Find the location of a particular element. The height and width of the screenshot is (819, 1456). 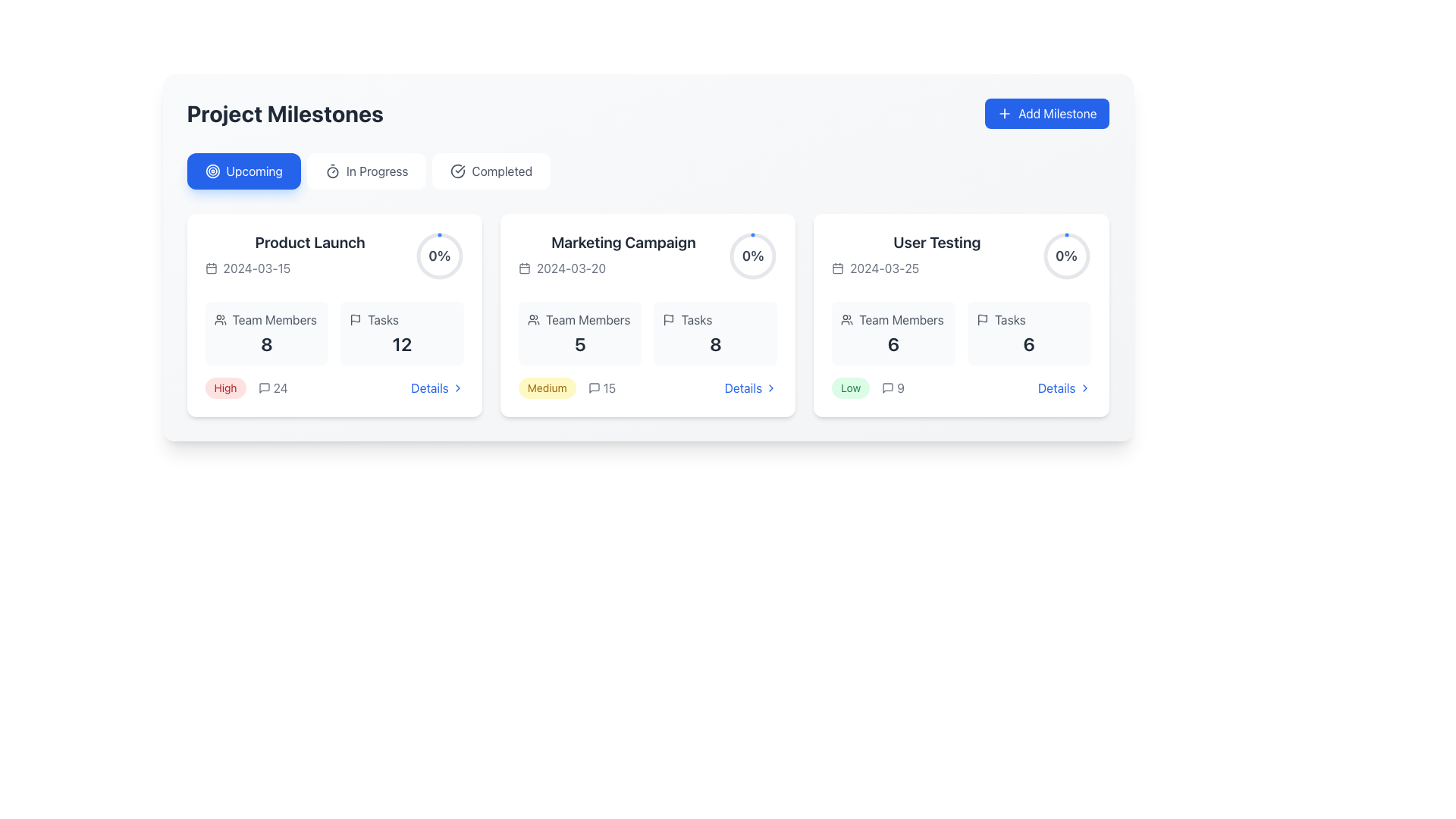

the progress value within the circular progress indicator surrounding the numeric text '0%' in the milestone card labeled 'Marketing Campaign' is located at coordinates (753, 256).